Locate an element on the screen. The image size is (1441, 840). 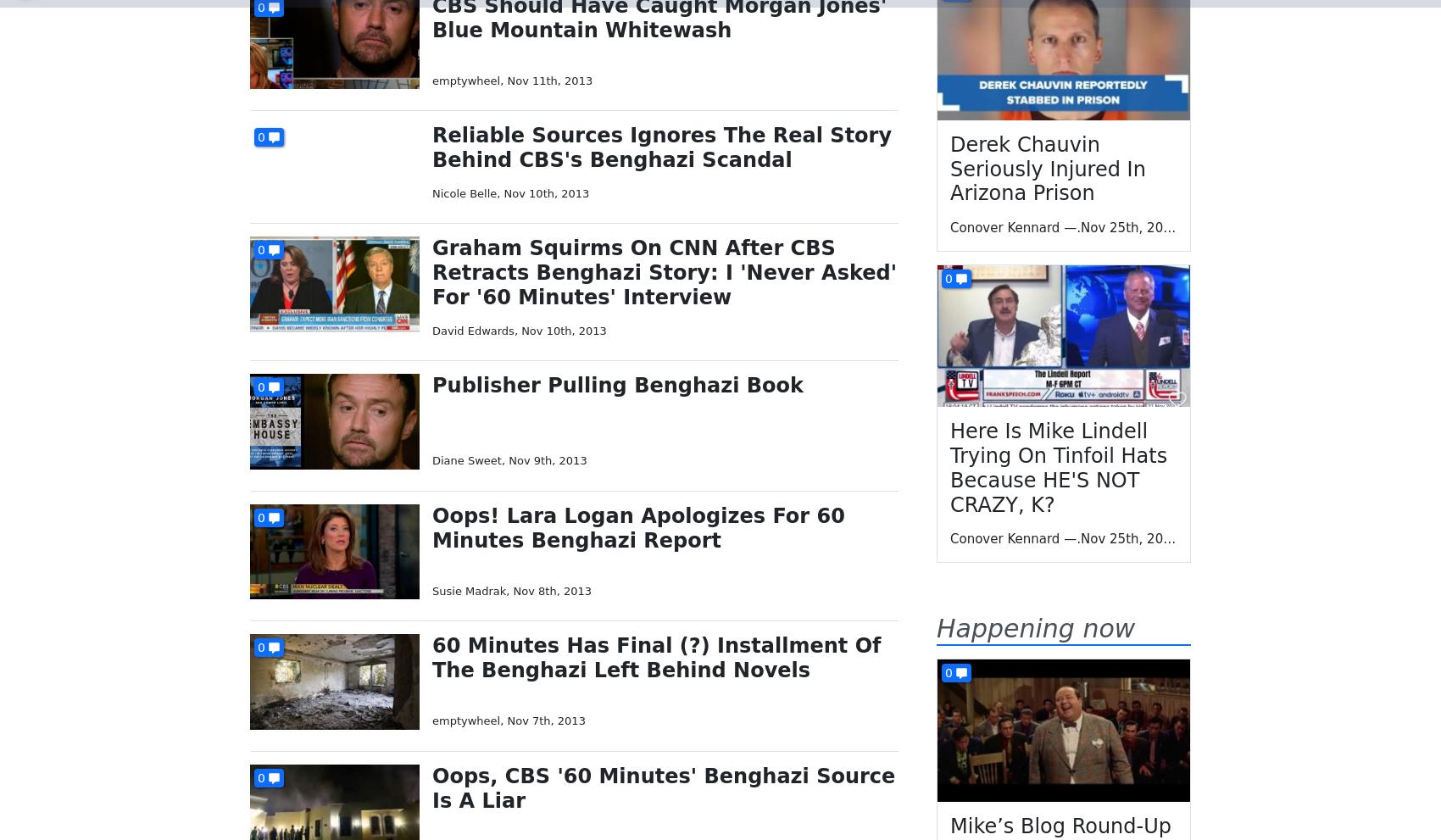
'Nov 11th, 2013' is located at coordinates (549, 79).